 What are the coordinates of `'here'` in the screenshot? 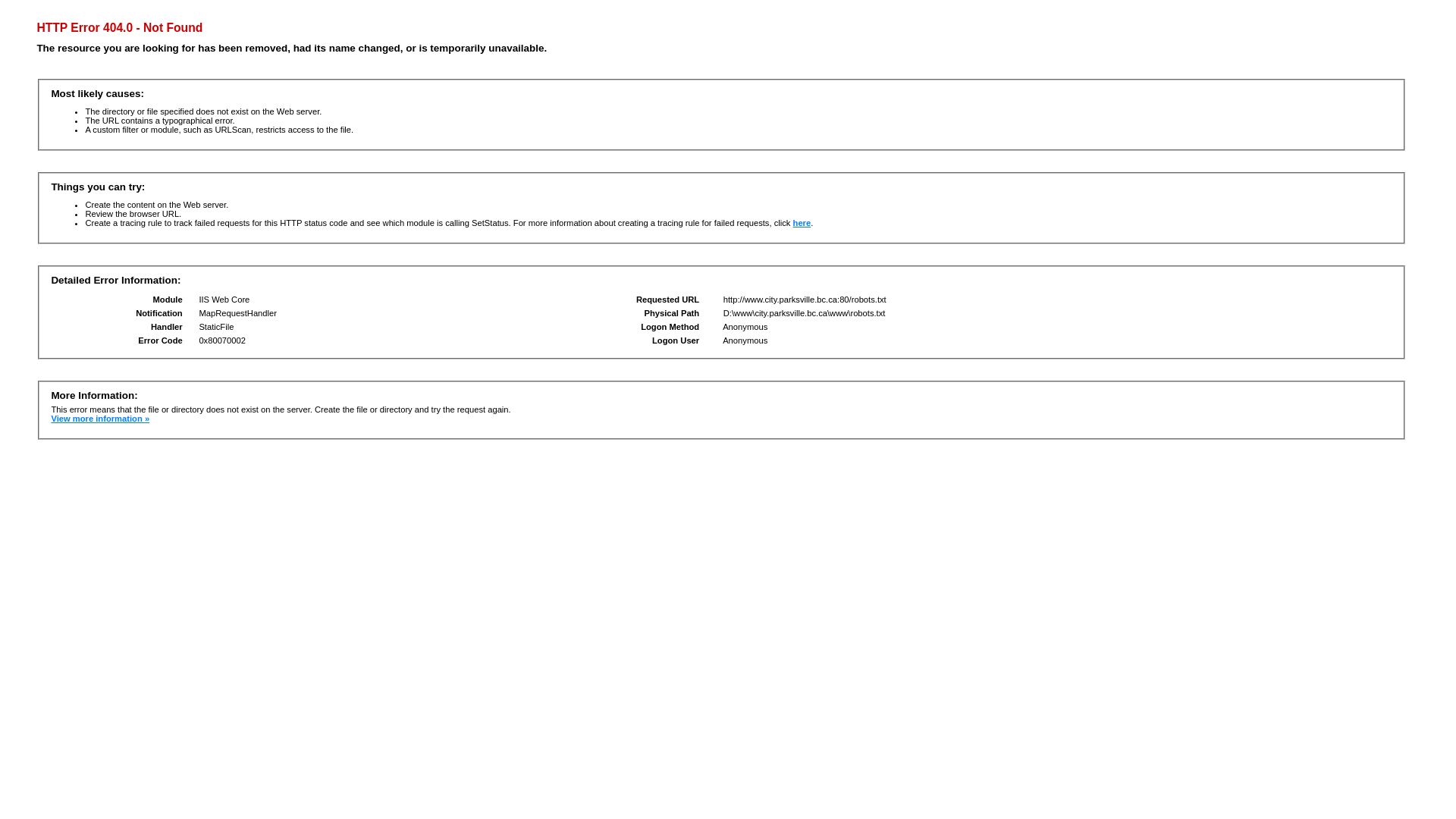 It's located at (801, 222).